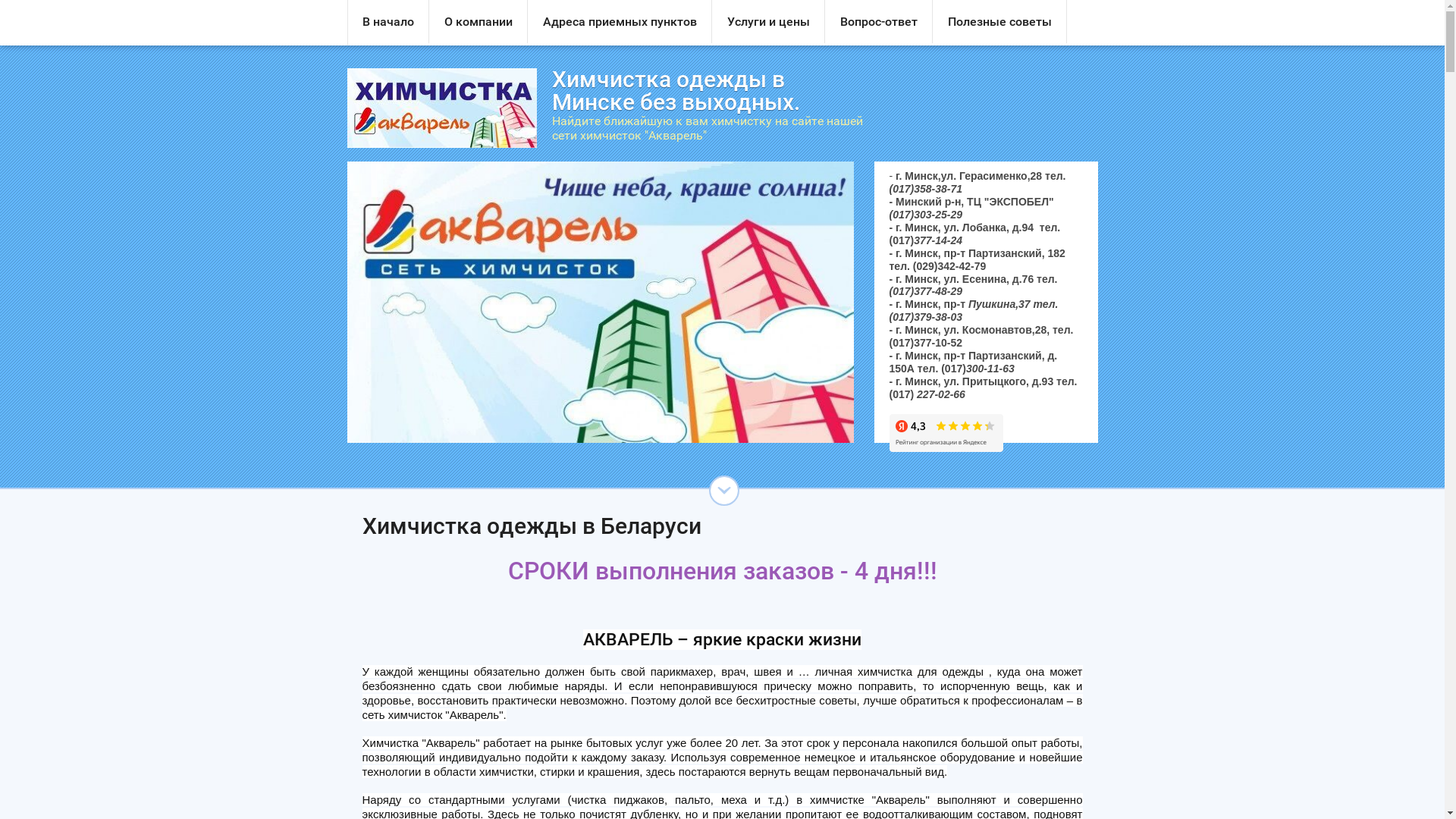 The width and height of the screenshot is (1456, 819). What do you see at coordinates (924, 342) in the screenshot?
I see `'(017)377-10-52'` at bounding box center [924, 342].